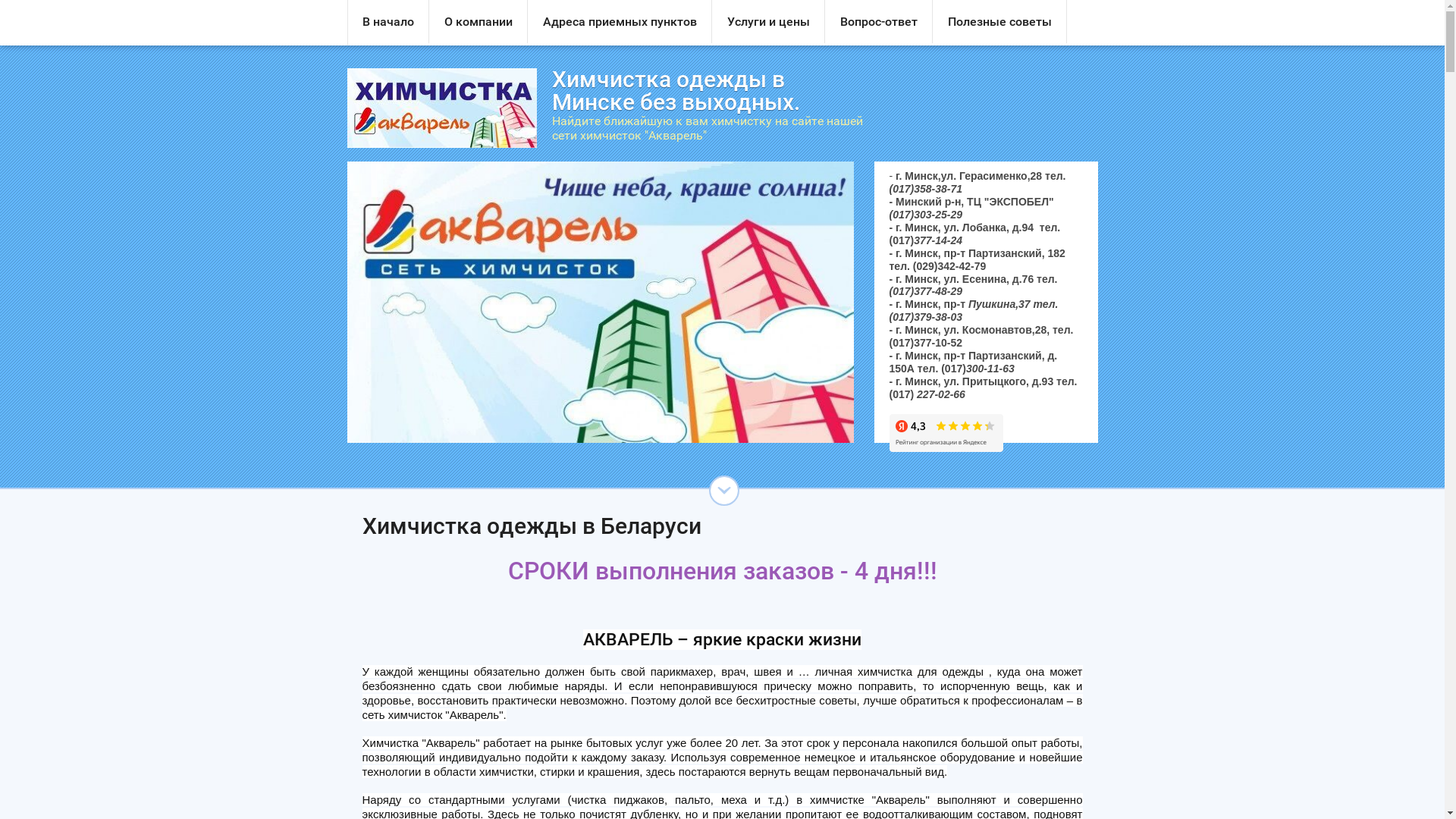 The width and height of the screenshot is (1456, 819). What do you see at coordinates (924, 342) in the screenshot?
I see `'(017)377-10-52'` at bounding box center [924, 342].